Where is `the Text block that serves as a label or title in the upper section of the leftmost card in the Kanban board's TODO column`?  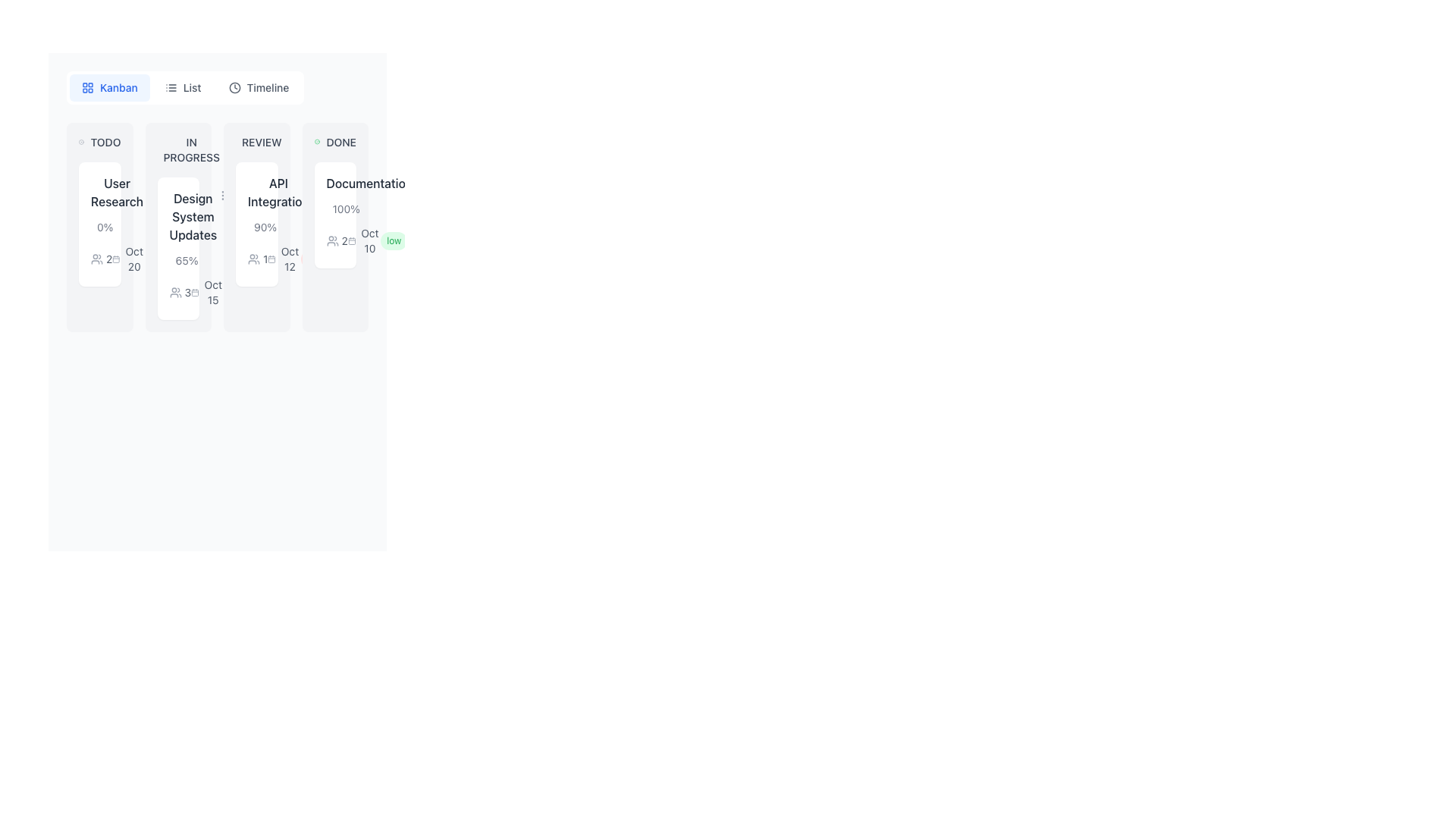 the Text block that serves as a label or title in the upper section of the leftmost card in the Kanban board's TODO column is located at coordinates (99, 192).